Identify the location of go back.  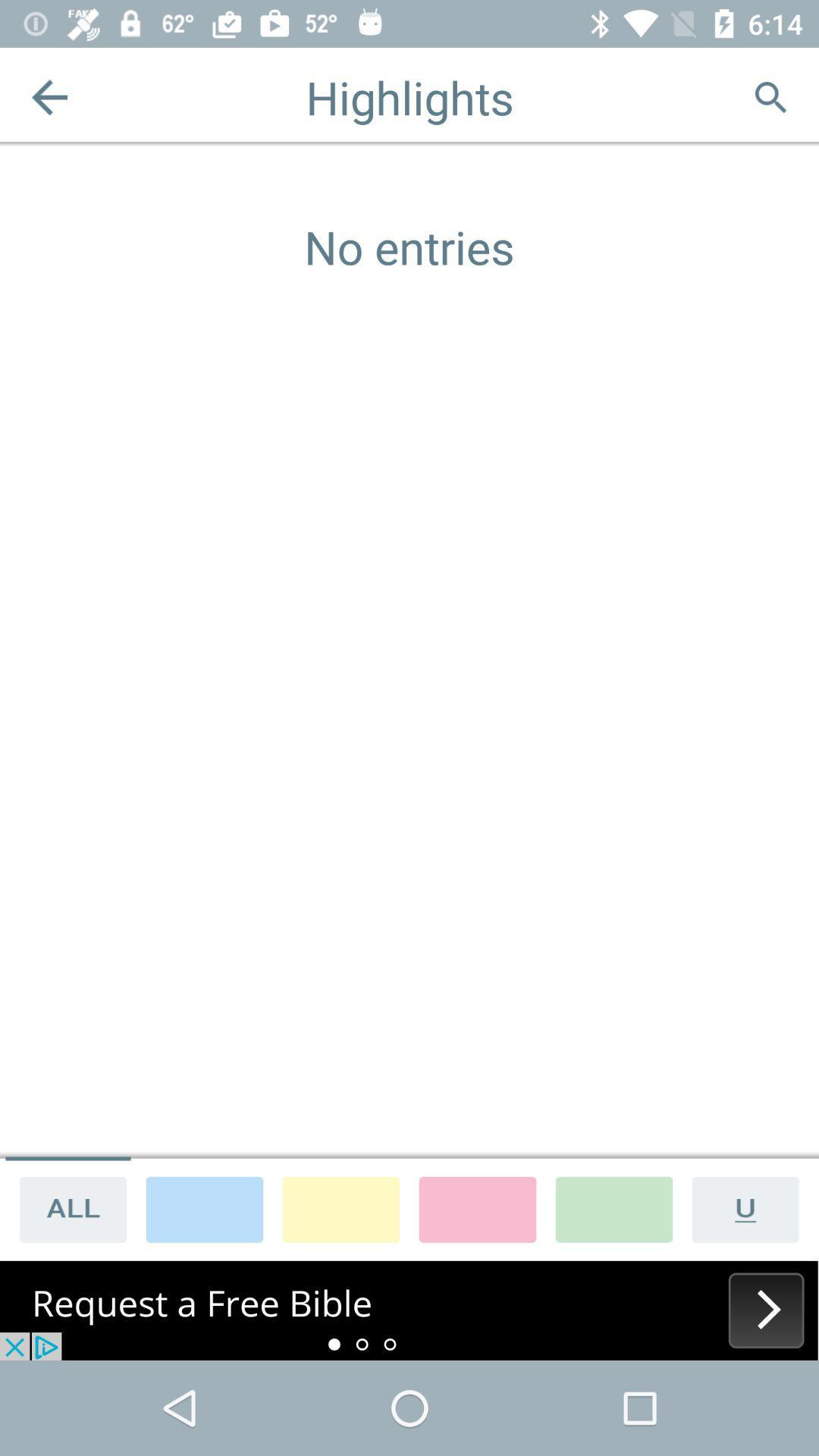
(49, 96).